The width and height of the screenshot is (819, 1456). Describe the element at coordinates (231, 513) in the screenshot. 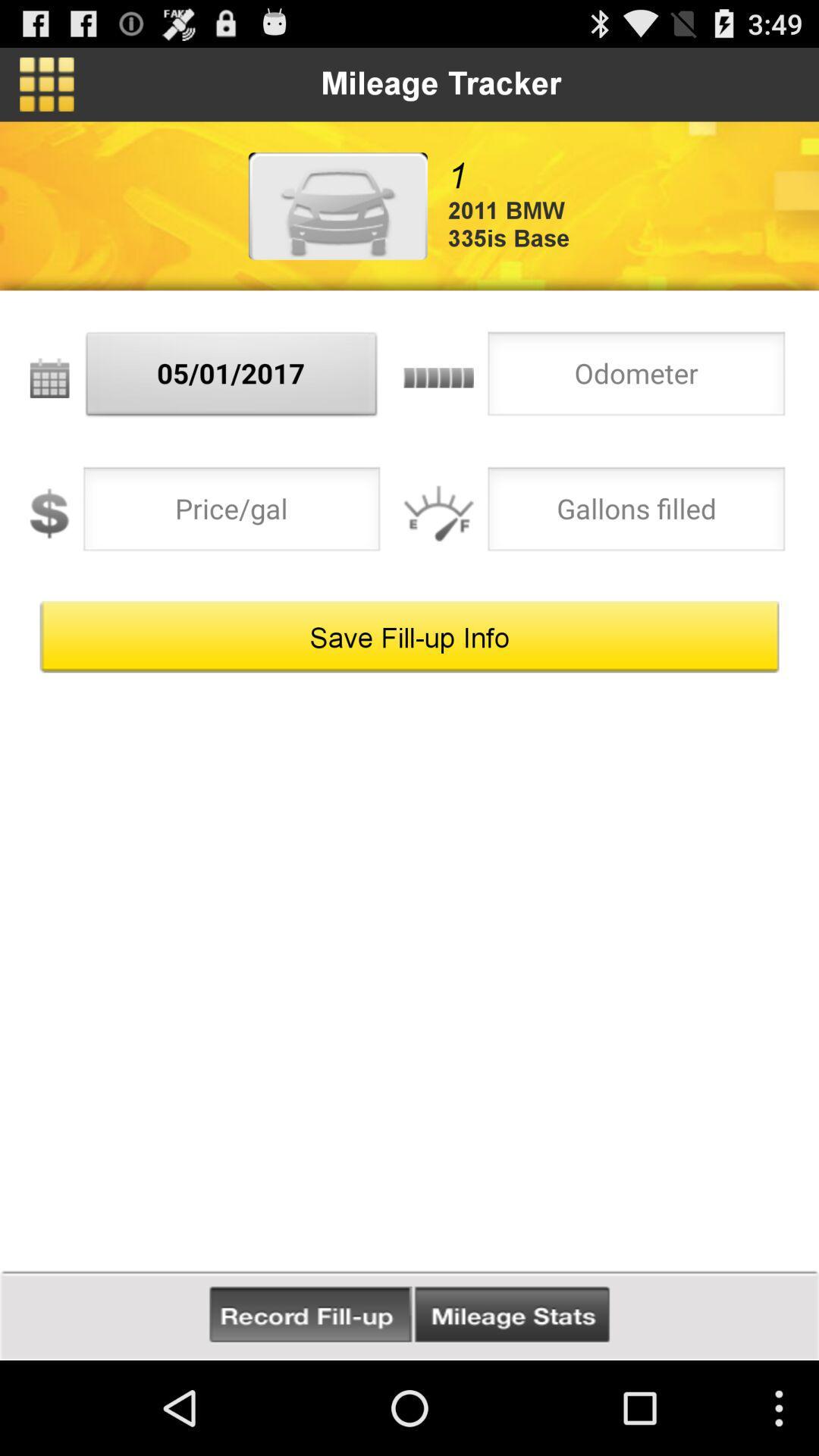

I see `text box to enter price petrol/diesel price per gallon` at that location.